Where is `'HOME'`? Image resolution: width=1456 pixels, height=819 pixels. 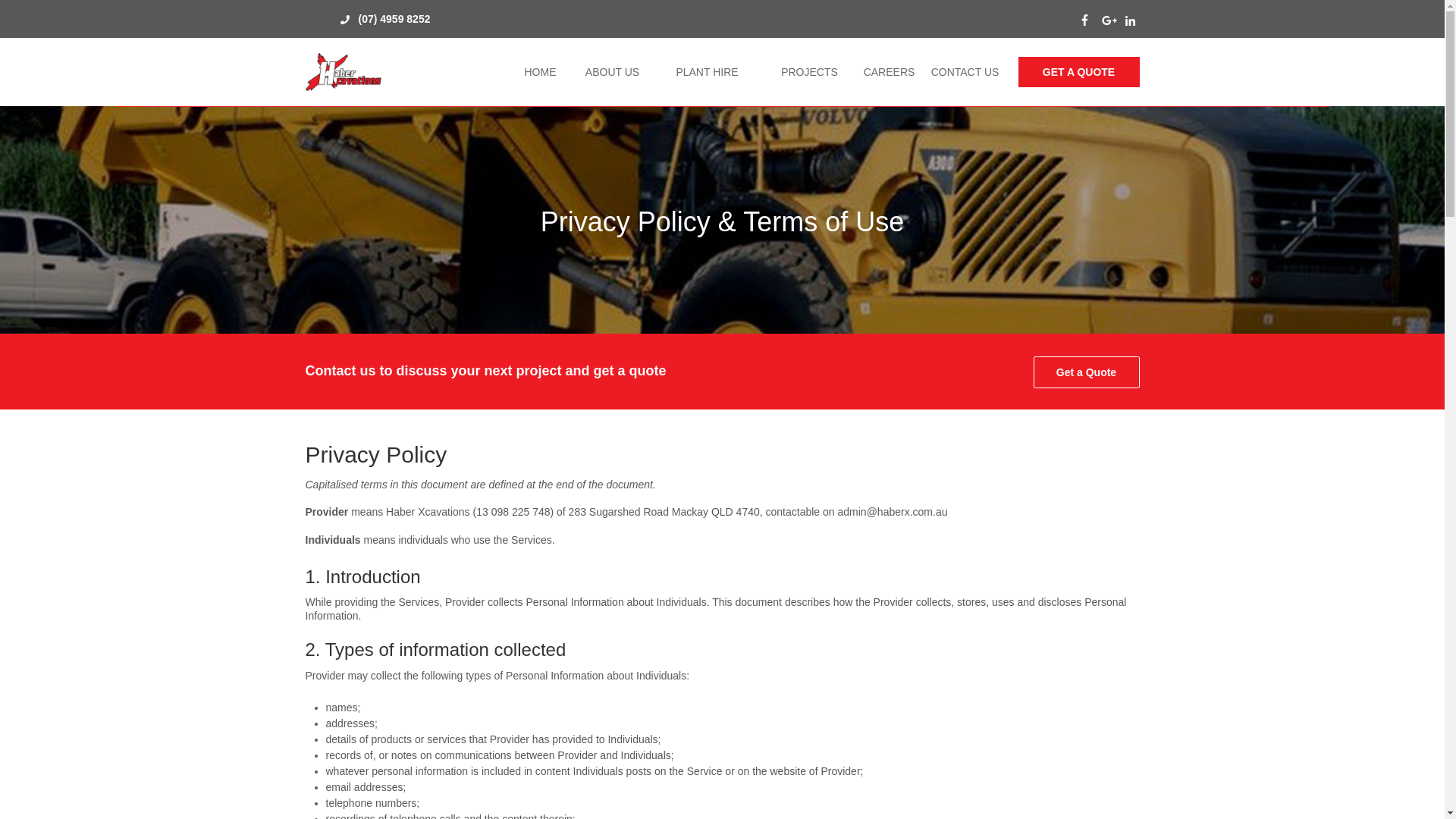 'HOME' is located at coordinates (516, 72).